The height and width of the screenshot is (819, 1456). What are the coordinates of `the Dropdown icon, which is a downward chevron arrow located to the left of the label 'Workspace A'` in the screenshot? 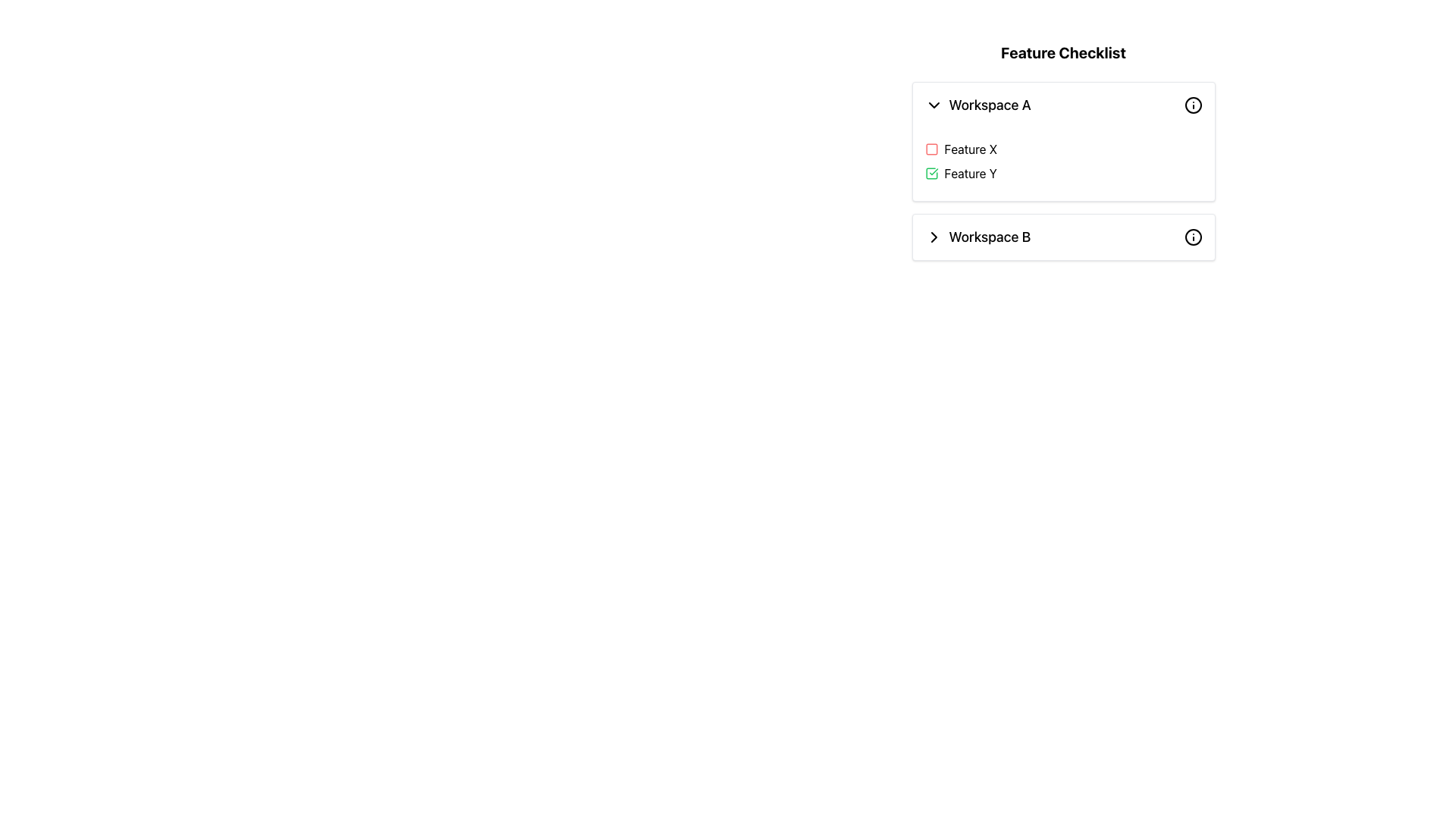 It's located at (933, 104).